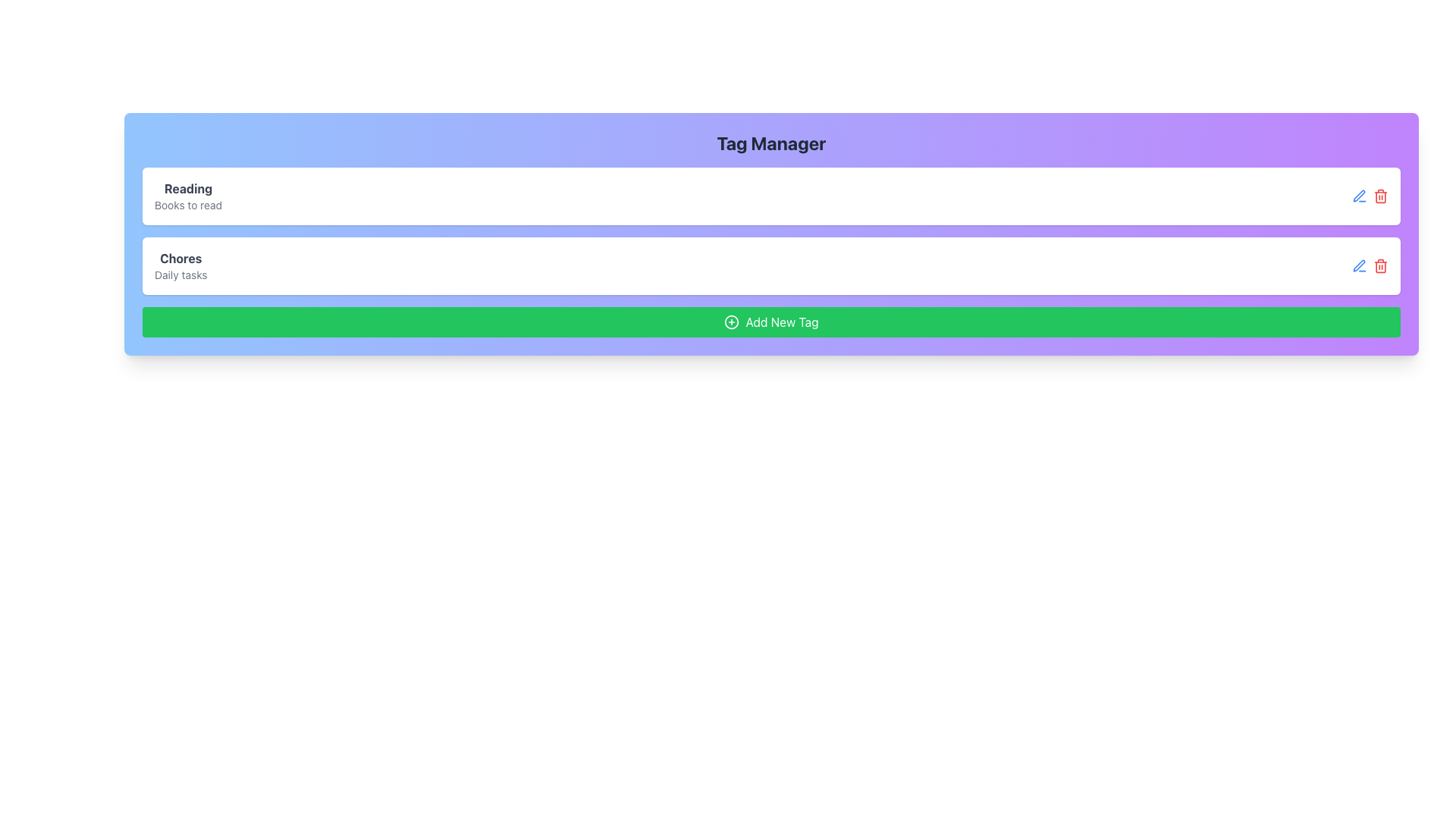  I want to click on the Trash Can Icon, so click(1380, 195).